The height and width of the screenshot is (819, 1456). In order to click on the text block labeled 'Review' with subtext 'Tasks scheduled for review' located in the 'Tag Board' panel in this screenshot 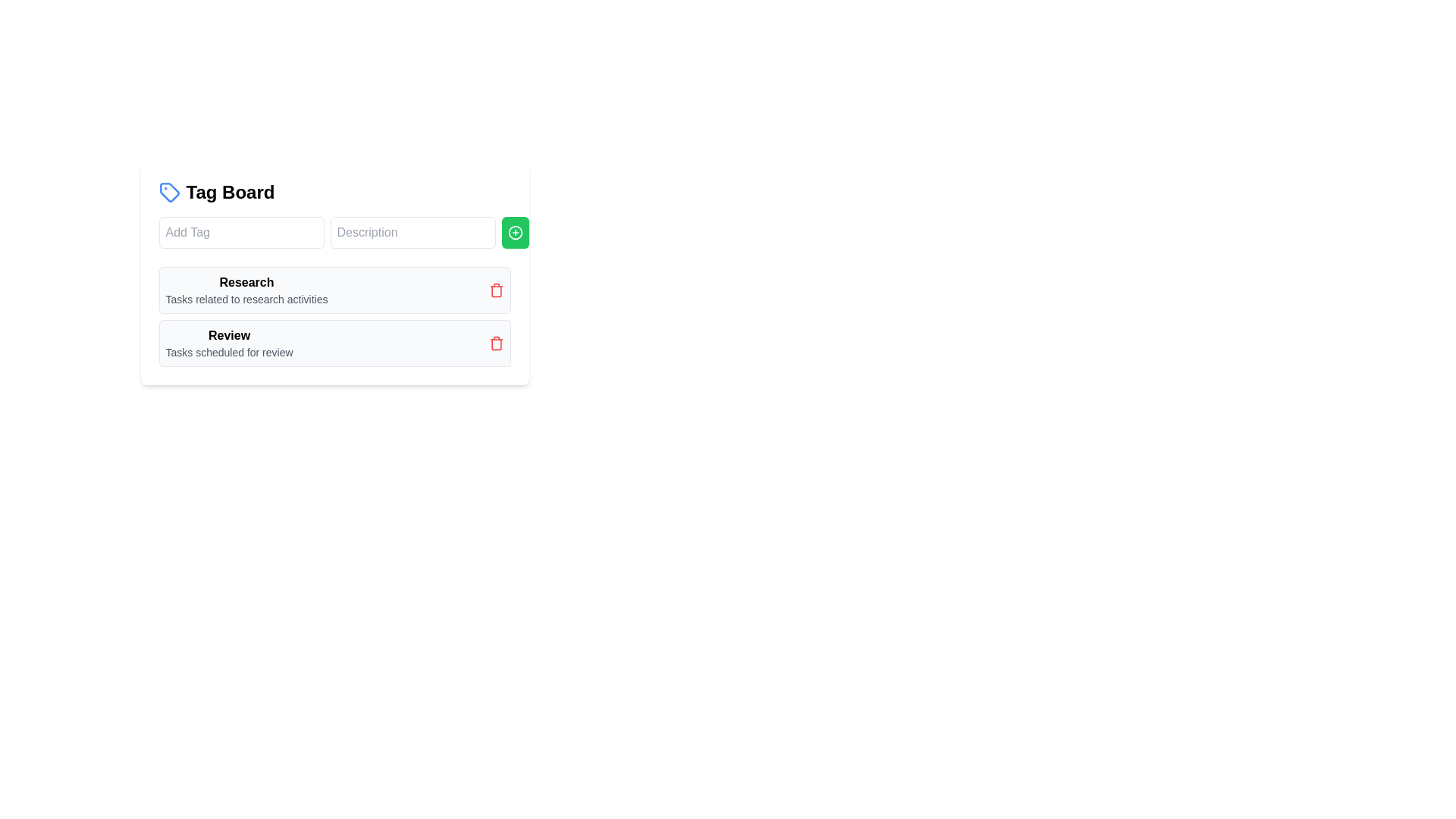, I will do `click(228, 343)`.